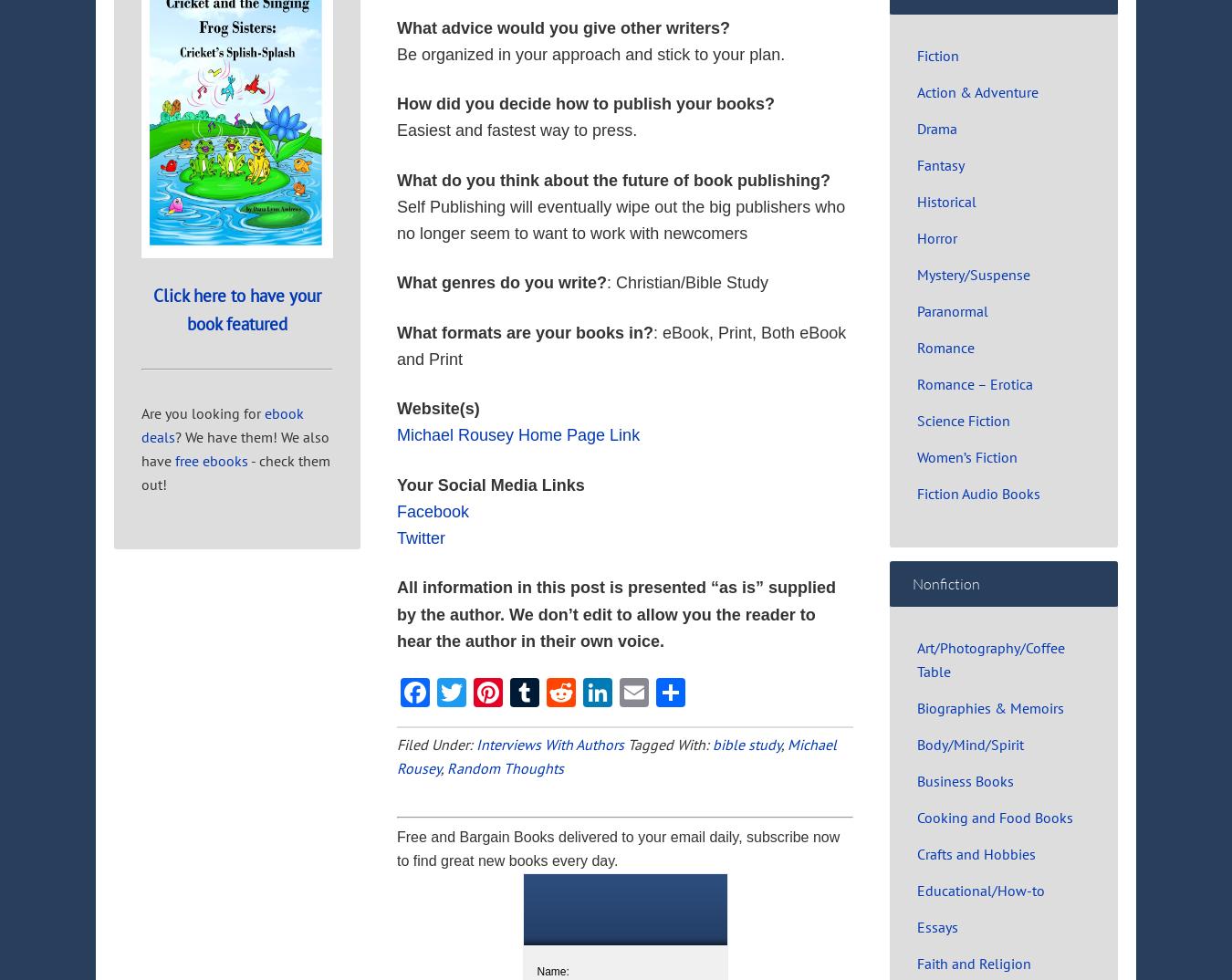  Describe the element at coordinates (940, 164) in the screenshot. I see `'Fantasy'` at that location.